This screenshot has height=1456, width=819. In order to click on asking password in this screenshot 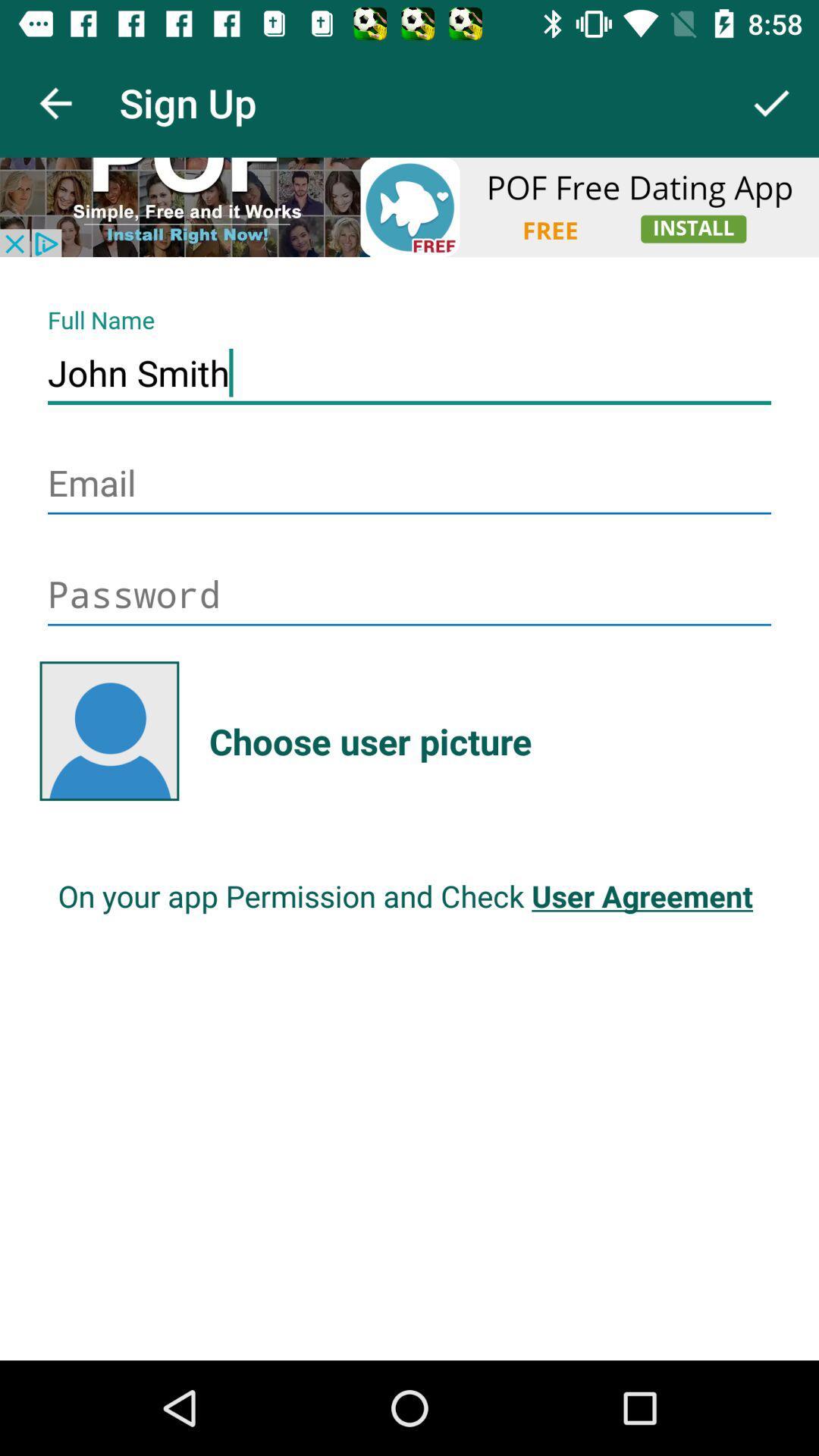, I will do `click(409, 595)`.